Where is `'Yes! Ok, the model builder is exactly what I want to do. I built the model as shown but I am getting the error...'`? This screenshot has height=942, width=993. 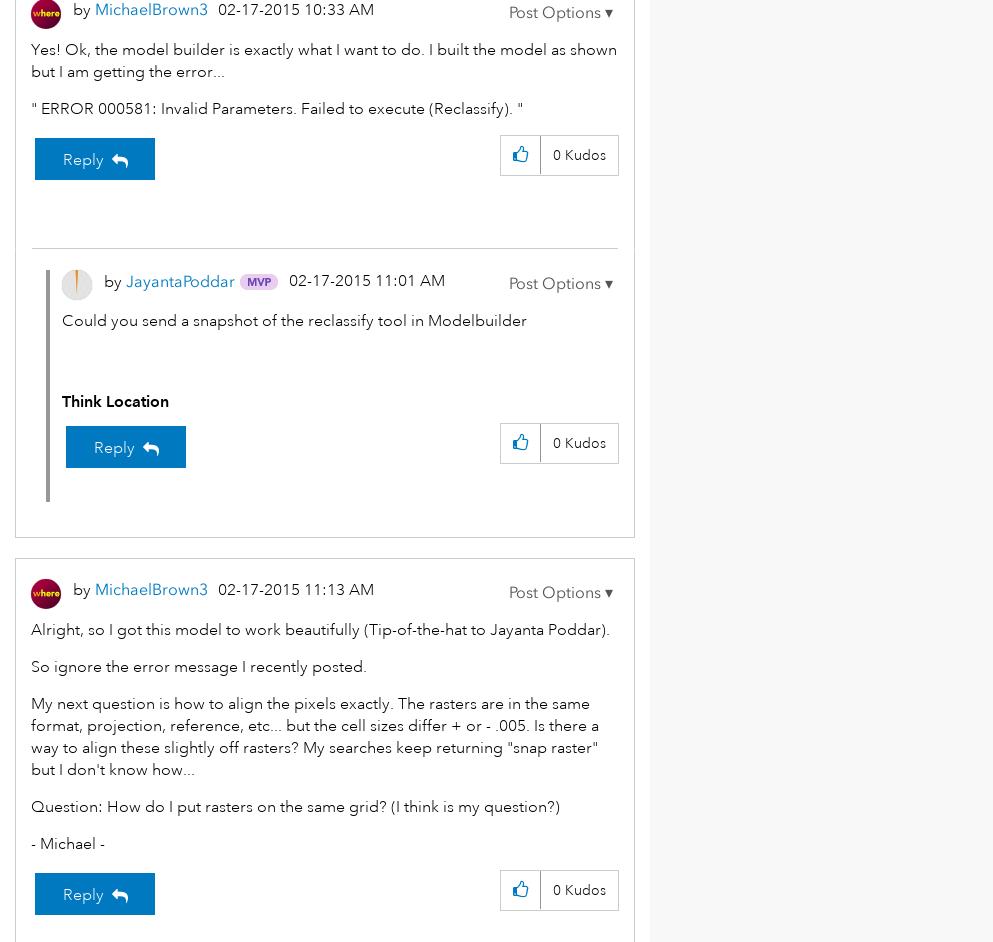
'Yes! Ok, the model builder is exactly what I want to do. I built the model as shown but I am getting the error...' is located at coordinates (323, 60).